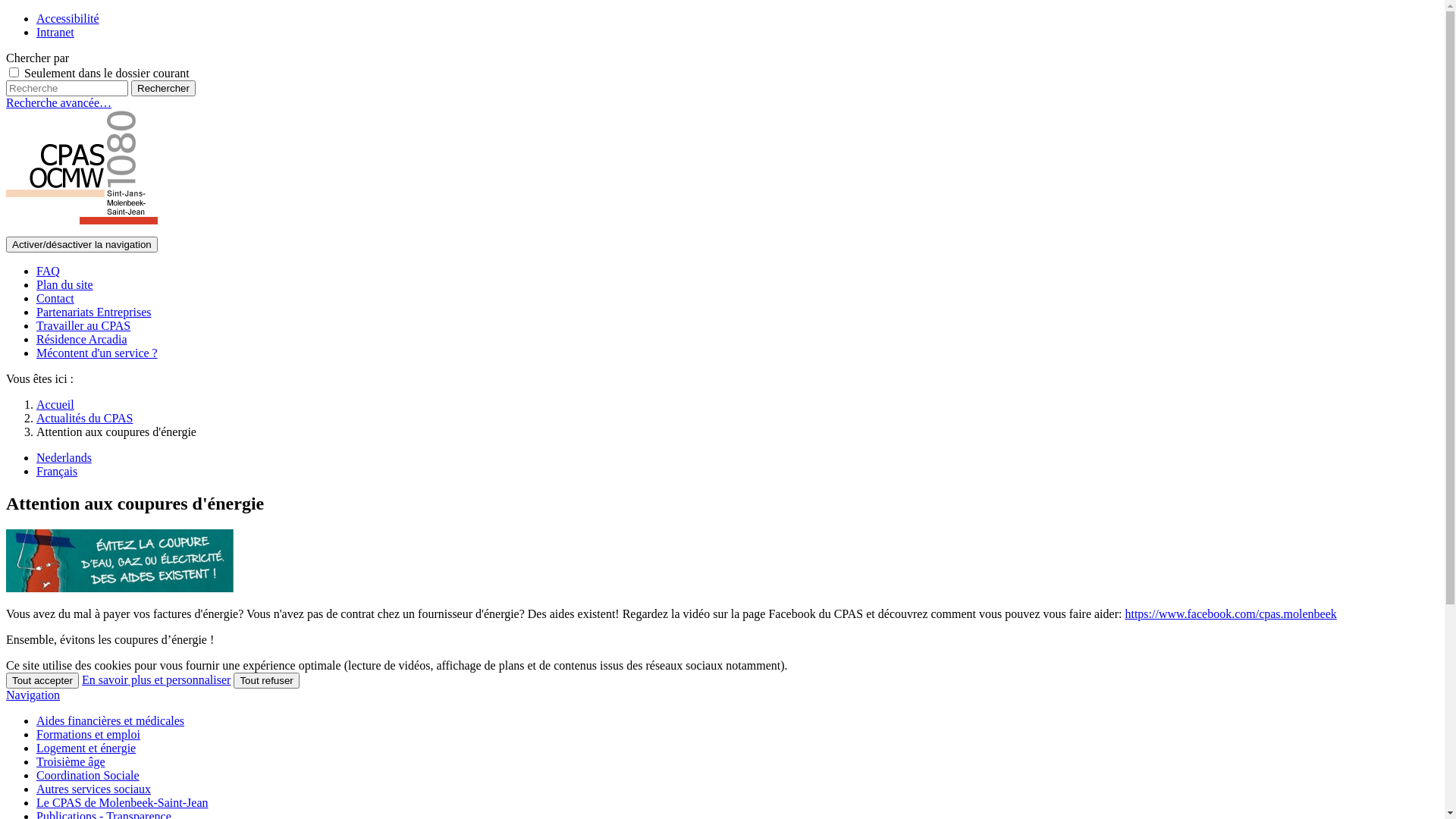  I want to click on 'Contact', so click(36, 298).